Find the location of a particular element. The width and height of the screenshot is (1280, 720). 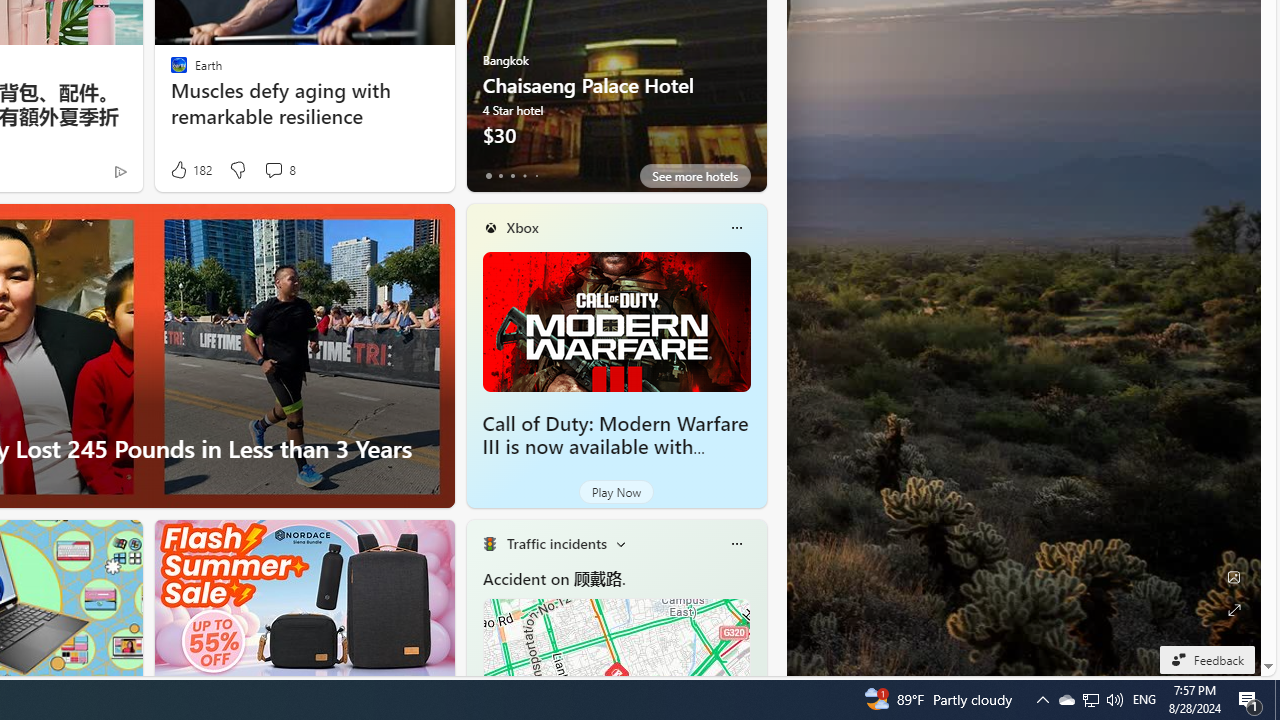

'tab-1' is located at coordinates (500, 175).